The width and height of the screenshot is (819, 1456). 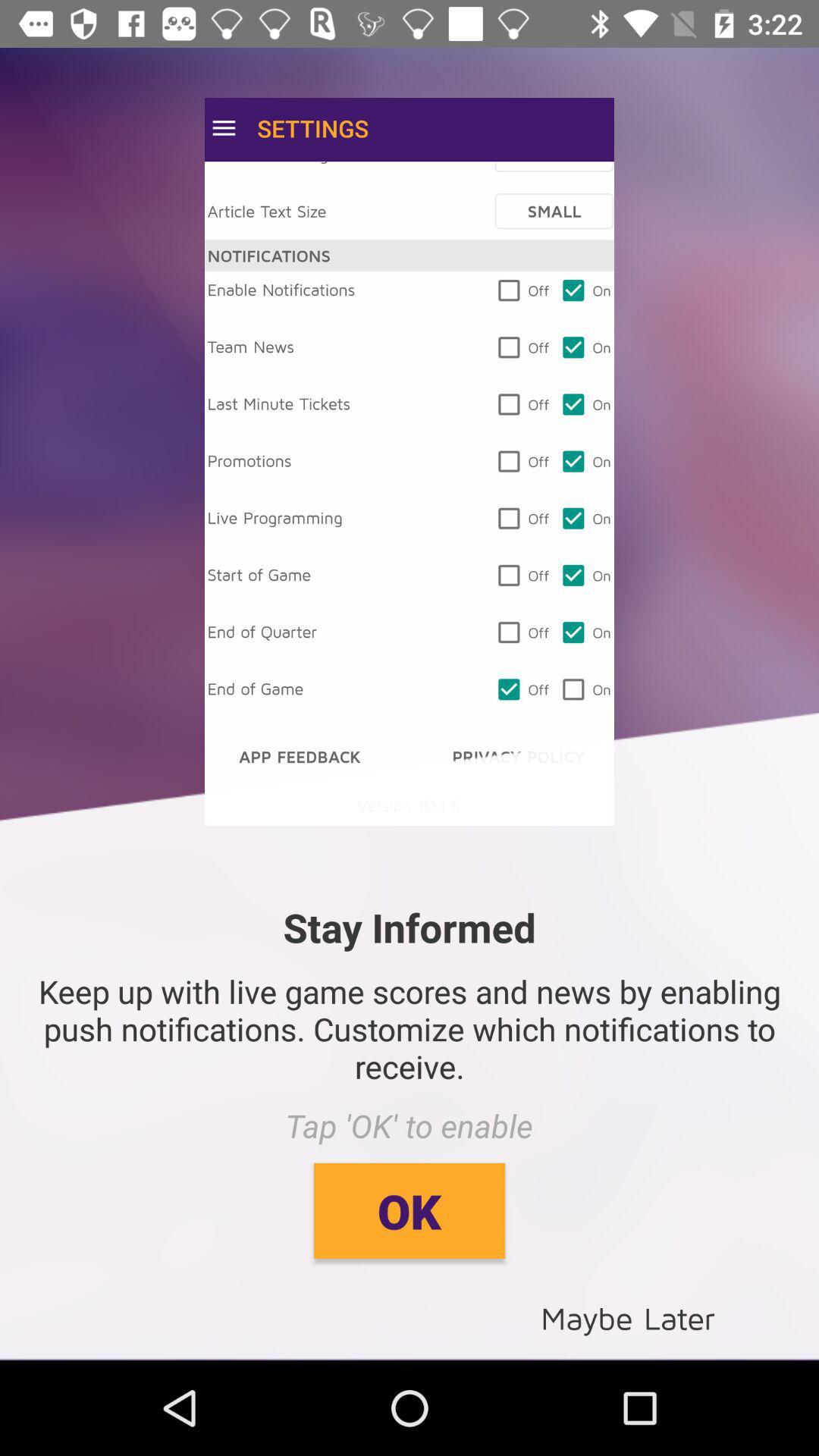 What do you see at coordinates (628, 1316) in the screenshot?
I see `maybe later at the bottom right corner` at bounding box center [628, 1316].